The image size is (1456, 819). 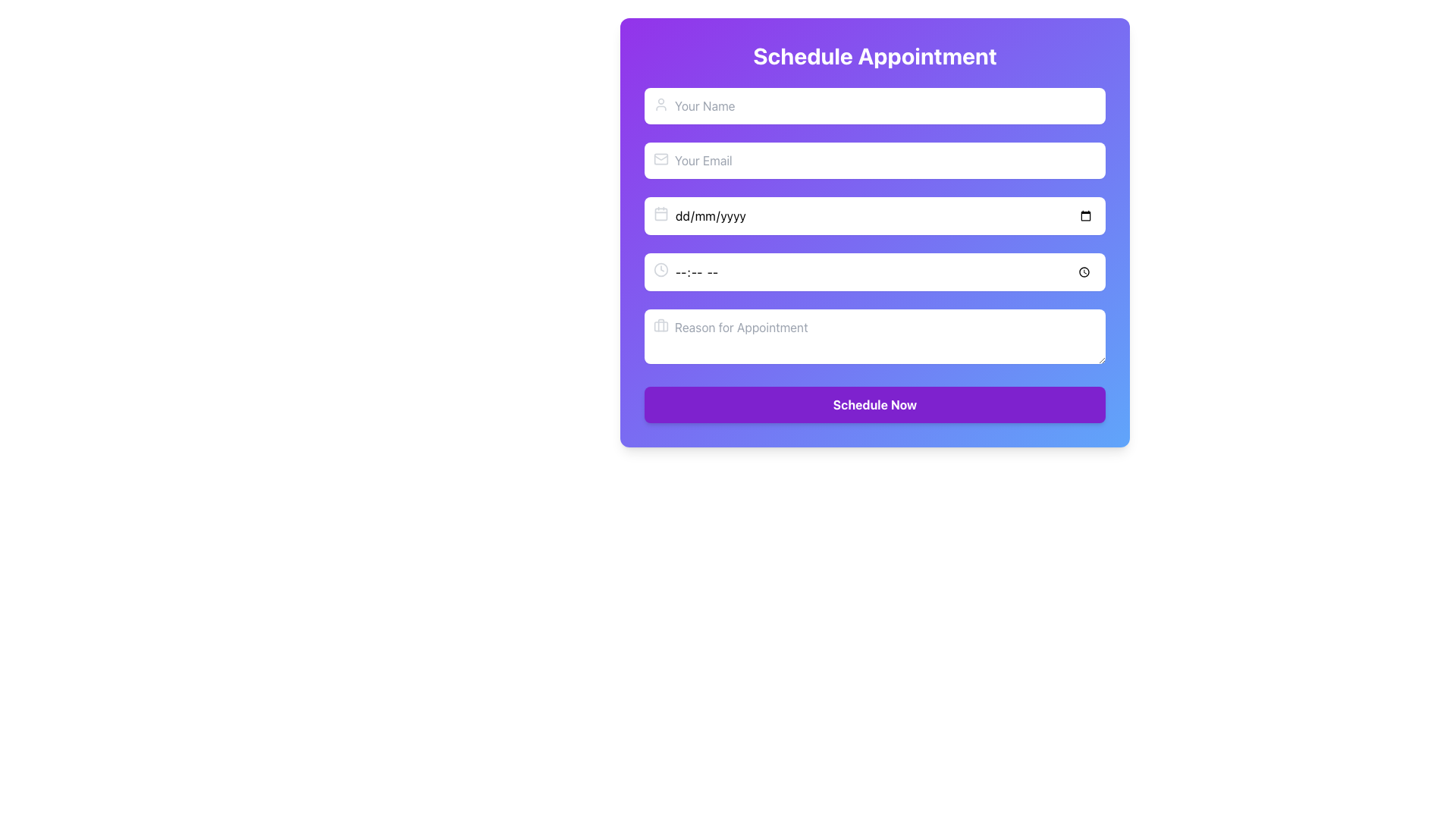 What do you see at coordinates (661, 158) in the screenshot?
I see `the email icon graphical element located inside the email input field, positioned near the left side, which represents the purpose of the input field for email address entry` at bounding box center [661, 158].